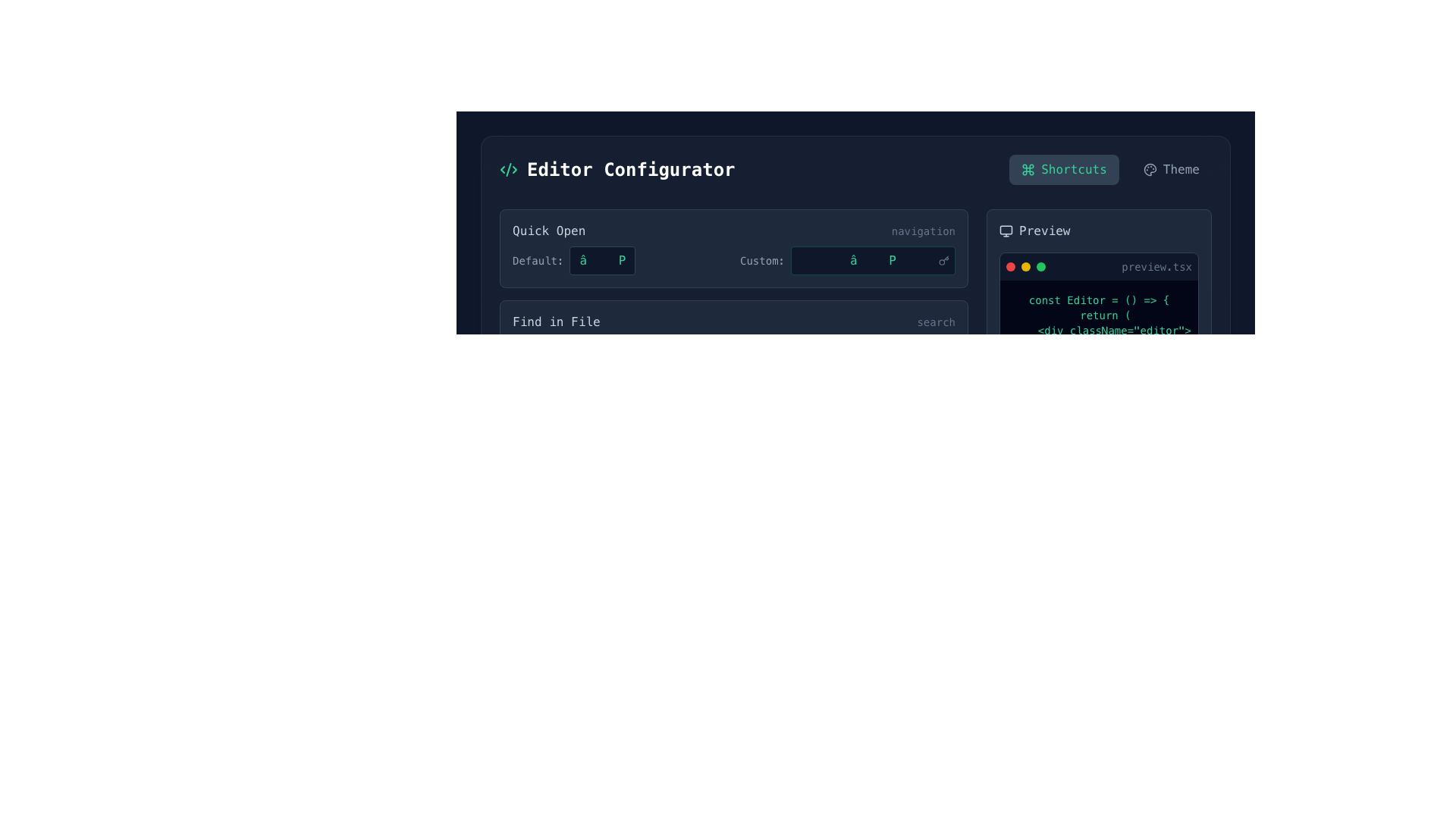 This screenshot has width=1456, height=819. I want to click on the Header bar containing three colored circles and the text 'preview.tsx' located at the top of the 'Preview' panel, so click(1099, 265).